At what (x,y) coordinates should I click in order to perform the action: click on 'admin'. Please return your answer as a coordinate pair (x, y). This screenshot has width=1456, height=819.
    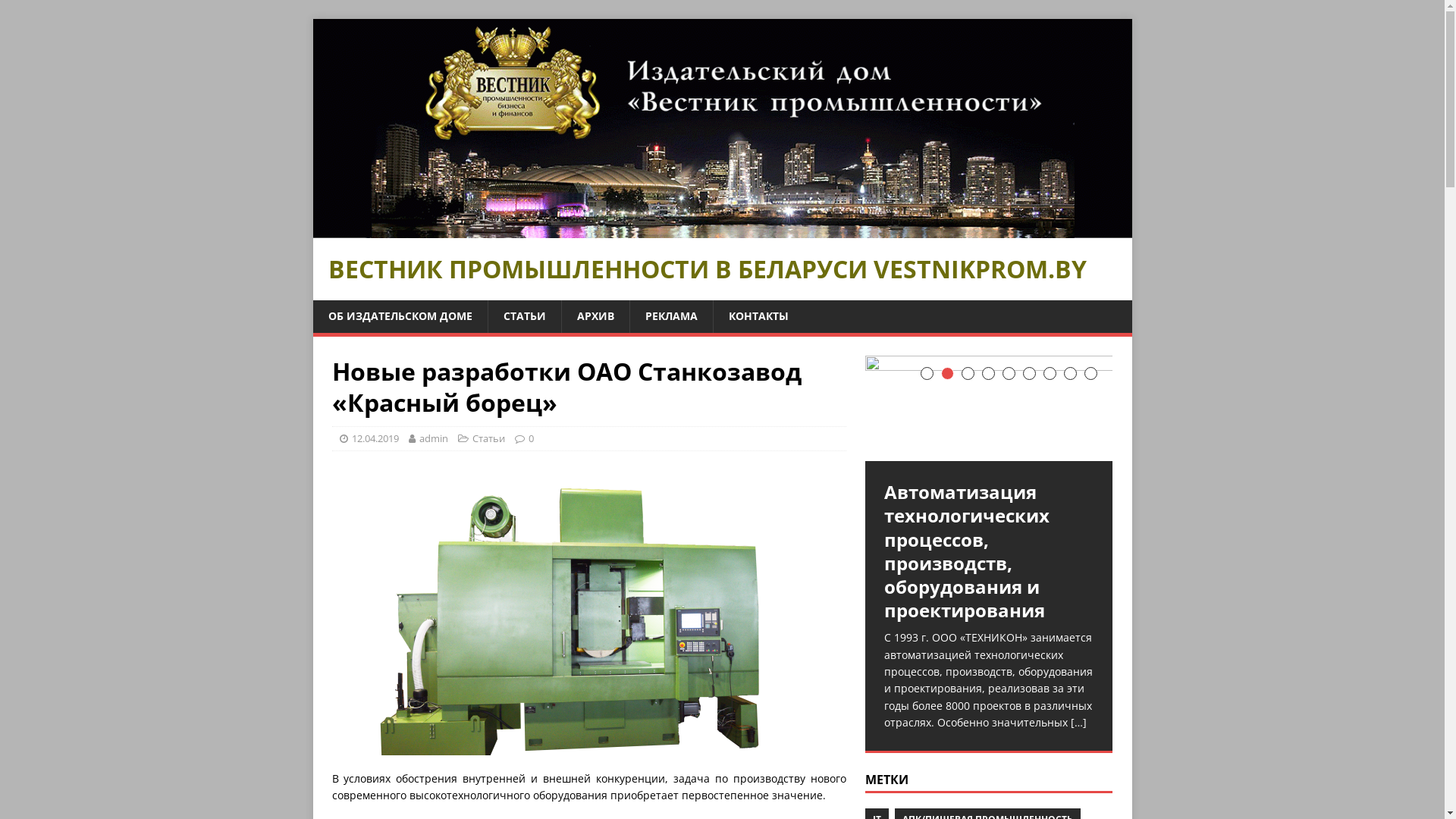
    Looking at the image, I should click on (432, 438).